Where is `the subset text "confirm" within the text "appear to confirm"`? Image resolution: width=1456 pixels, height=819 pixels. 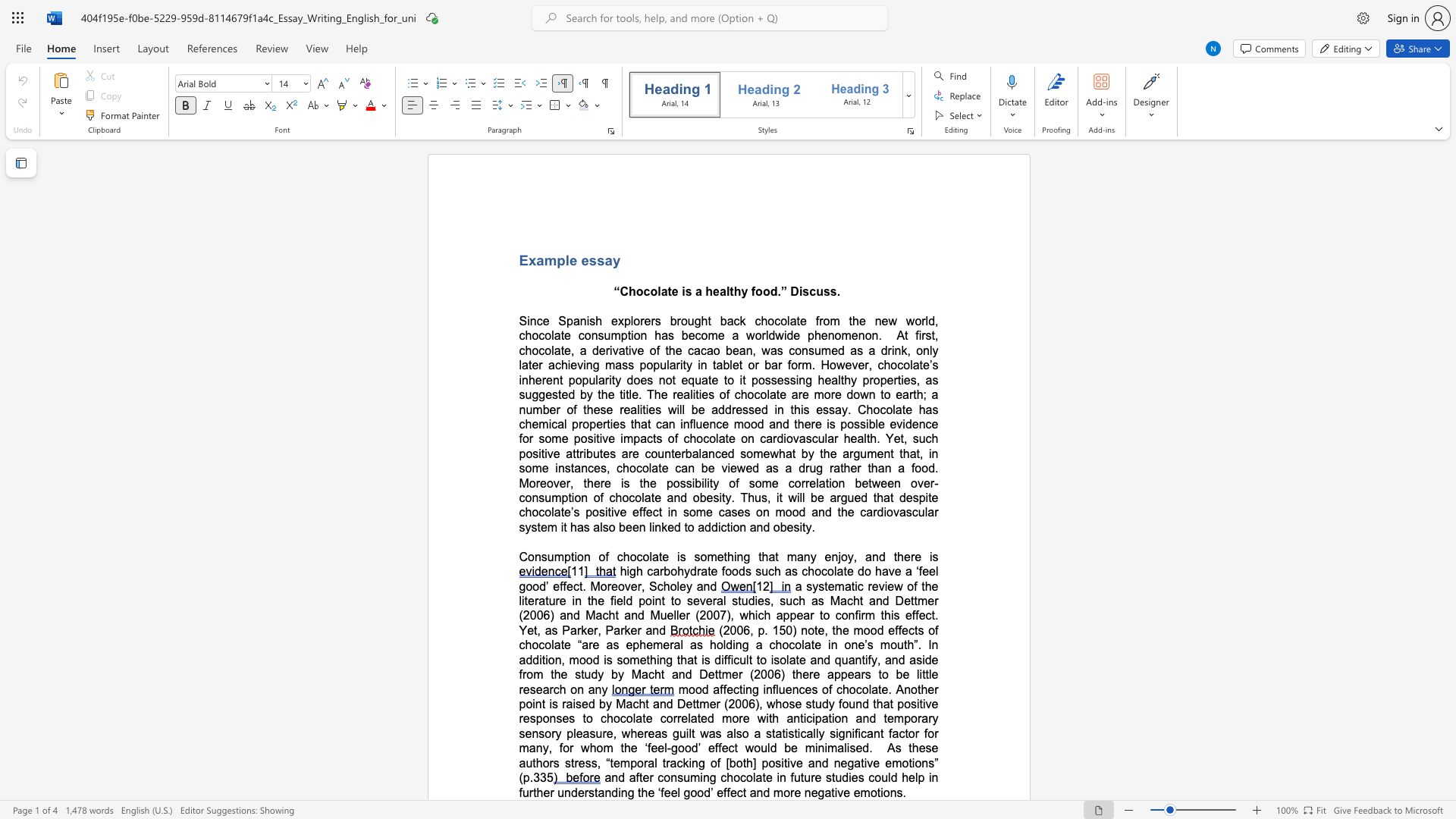 the subset text "confirm" within the text "appear to confirm" is located at coordinates (834, 615).